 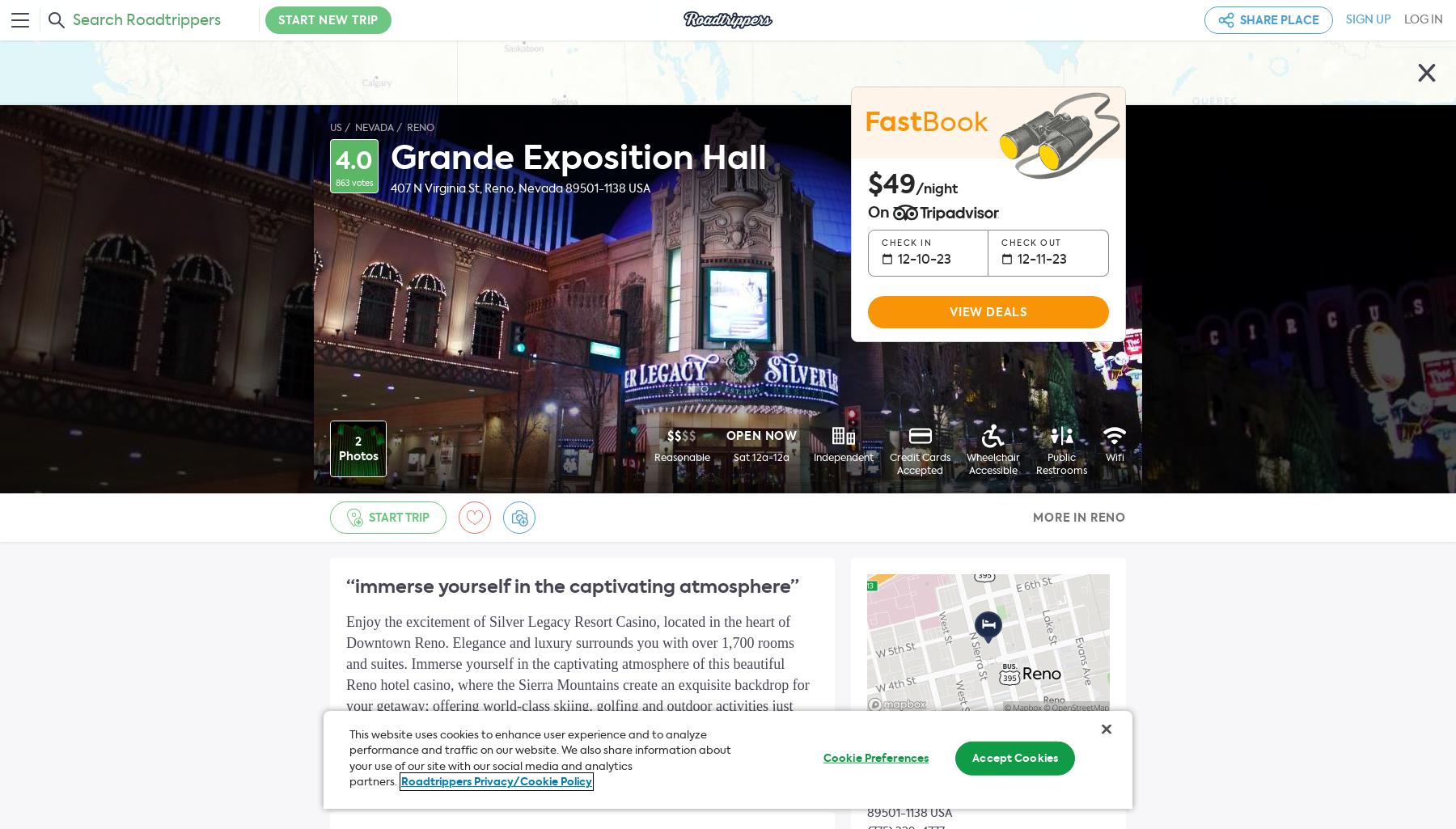 I want to click on 'Web', so click(x=882, y=736).